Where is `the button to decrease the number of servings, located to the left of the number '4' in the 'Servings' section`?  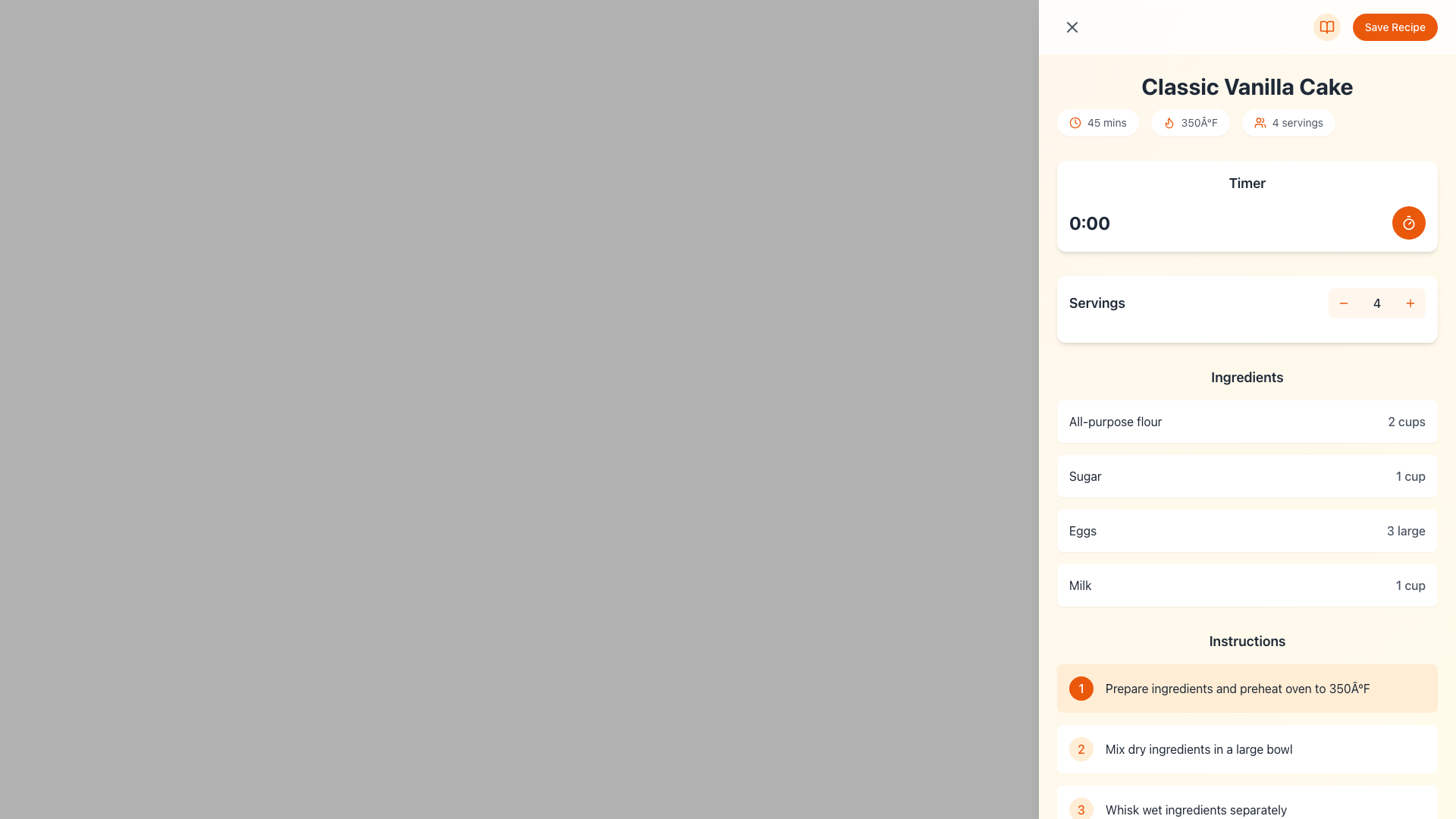
the button to decrease the number of servings, located to the left of the number '4' in the 'Servings' section is located at coordinates (1343, 303).